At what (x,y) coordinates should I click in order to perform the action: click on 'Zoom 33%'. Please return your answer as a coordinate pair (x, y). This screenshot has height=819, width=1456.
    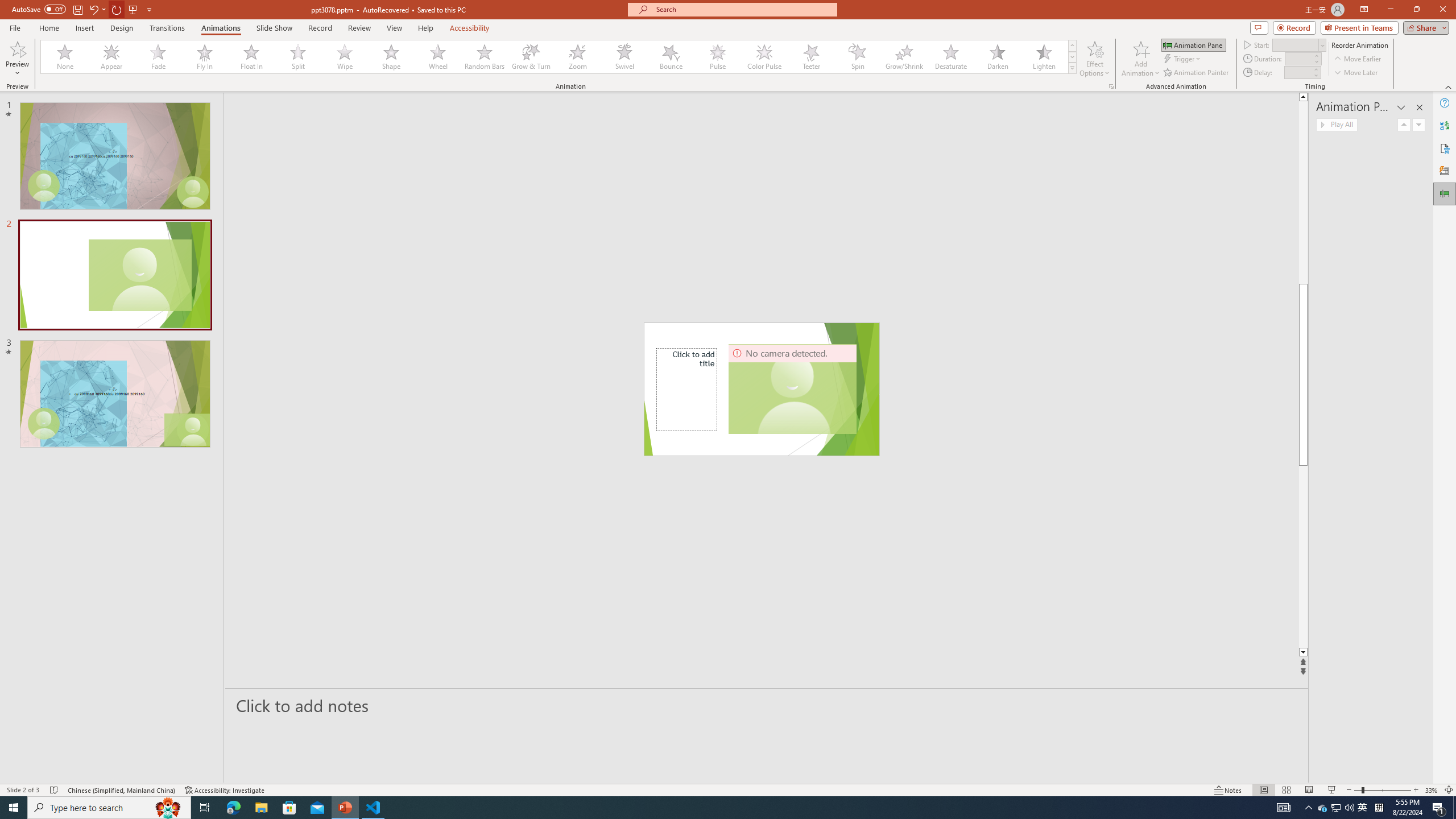
    Looking at the image, I should click on (1431, 790).